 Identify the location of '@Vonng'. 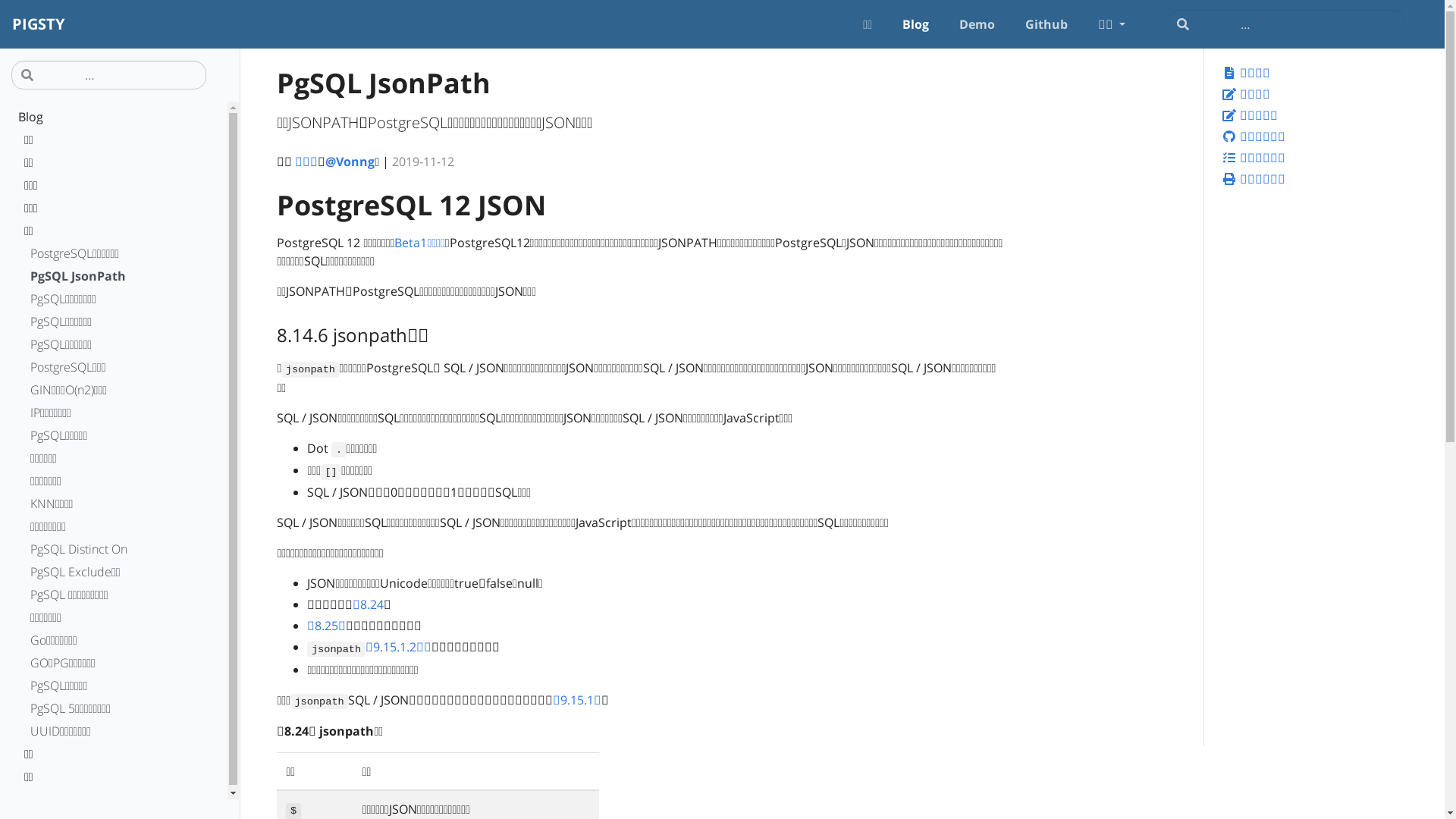
(349, 161).